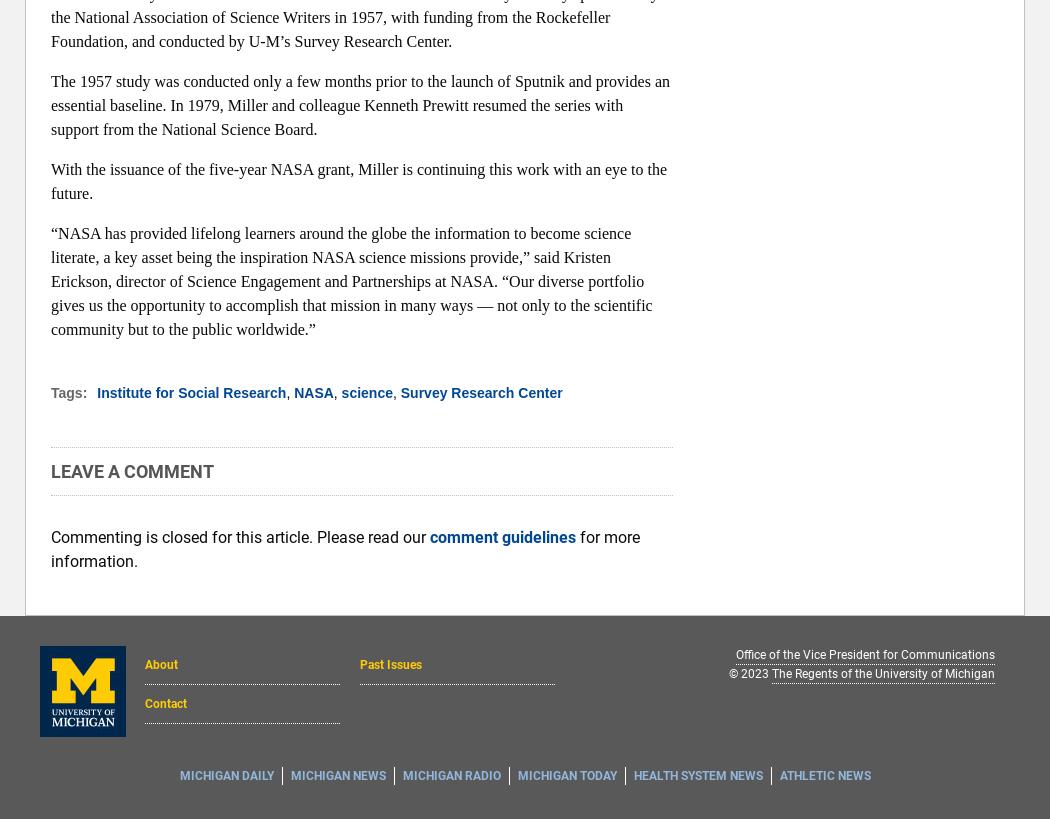  I want to click on 'The 1957 study was conducted only a few months prior to the launch of Sputnik and provides an essential baseline. In 1979, Miller and colleague Kenneth Prewitt resumed the series with support from the National Science Board.', so click(359, 105).